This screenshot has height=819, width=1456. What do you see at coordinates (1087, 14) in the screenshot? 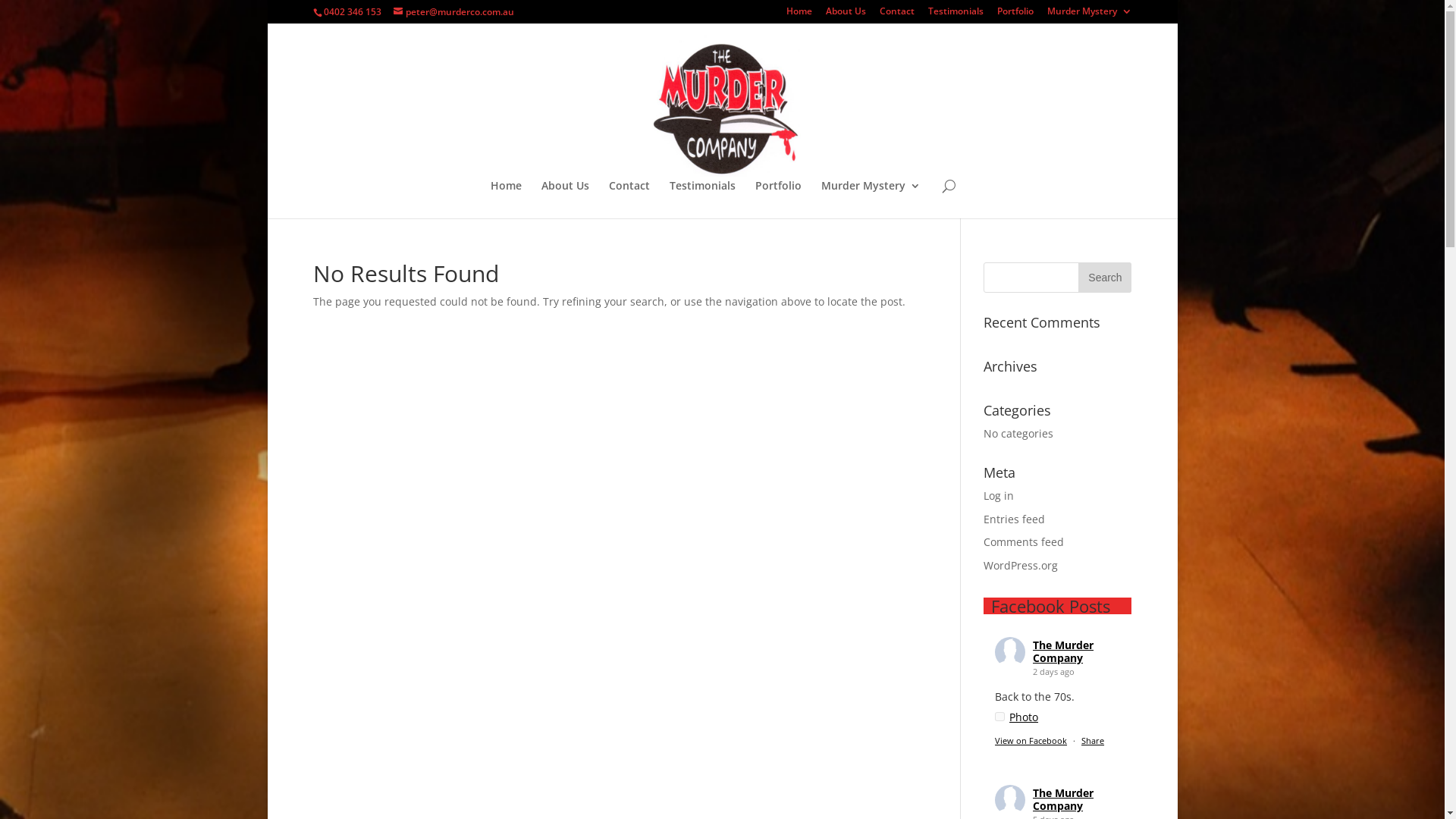
I see `'Murder Mystery'` at bounding box center [1087, 14].